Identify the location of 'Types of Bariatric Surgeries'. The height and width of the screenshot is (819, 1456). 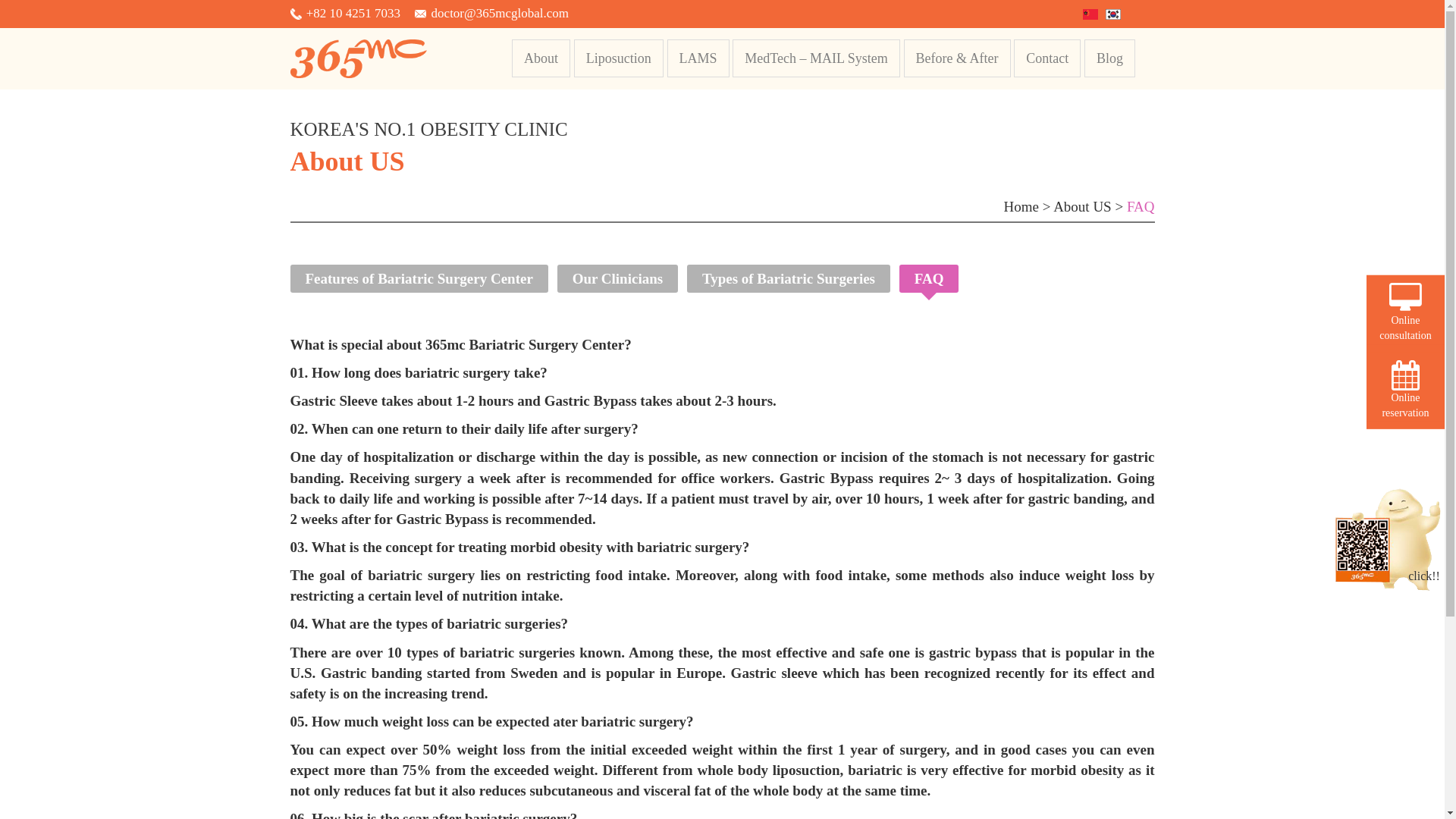
(789, 278).